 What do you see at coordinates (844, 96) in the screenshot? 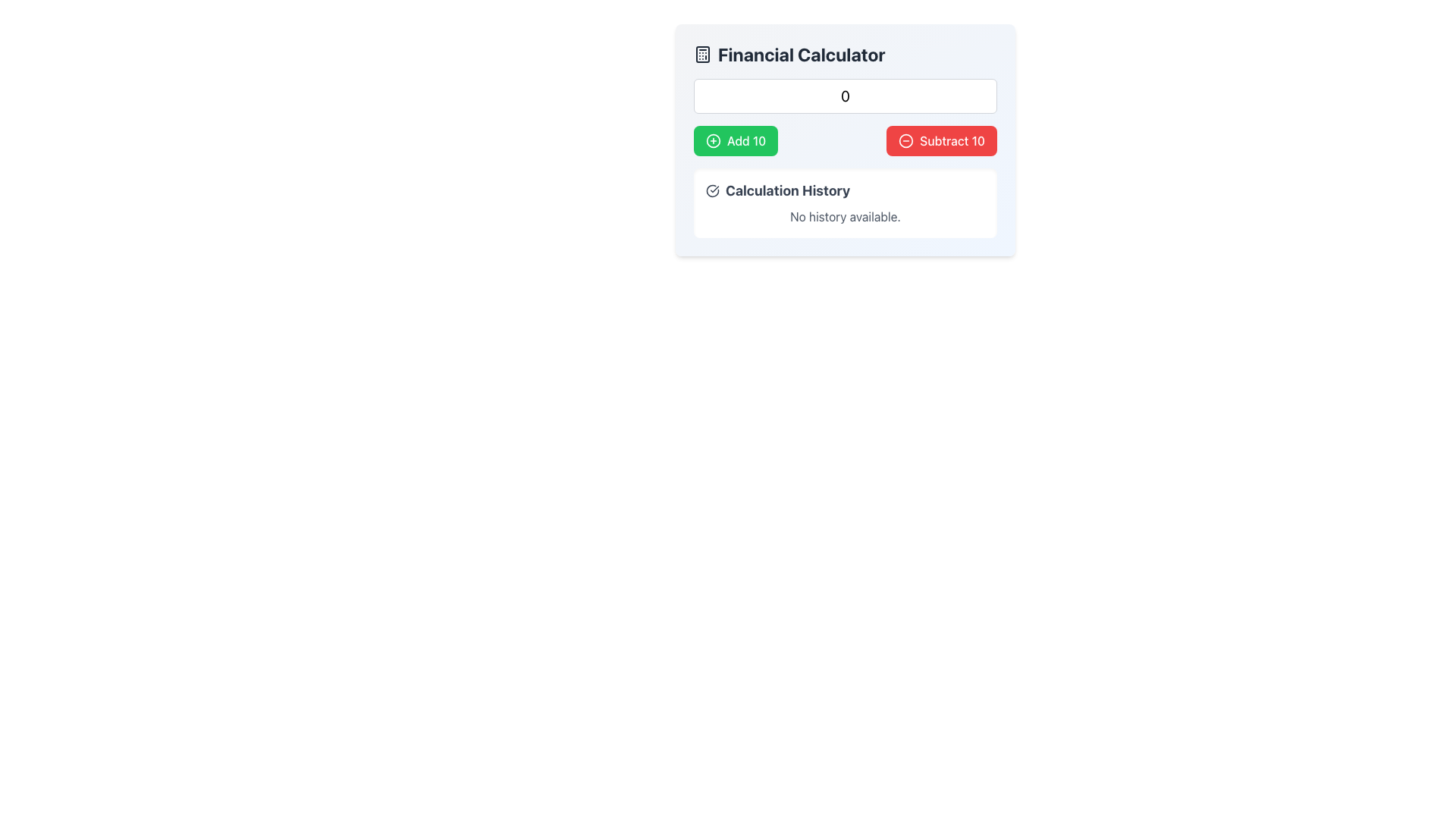
I see `the text input field displaying the numeral '0', which is centered below the 'Financial Calculator' heading and above the 'Add 10' and 'Subtract 10' buttons` at bounding box center [844, 96].